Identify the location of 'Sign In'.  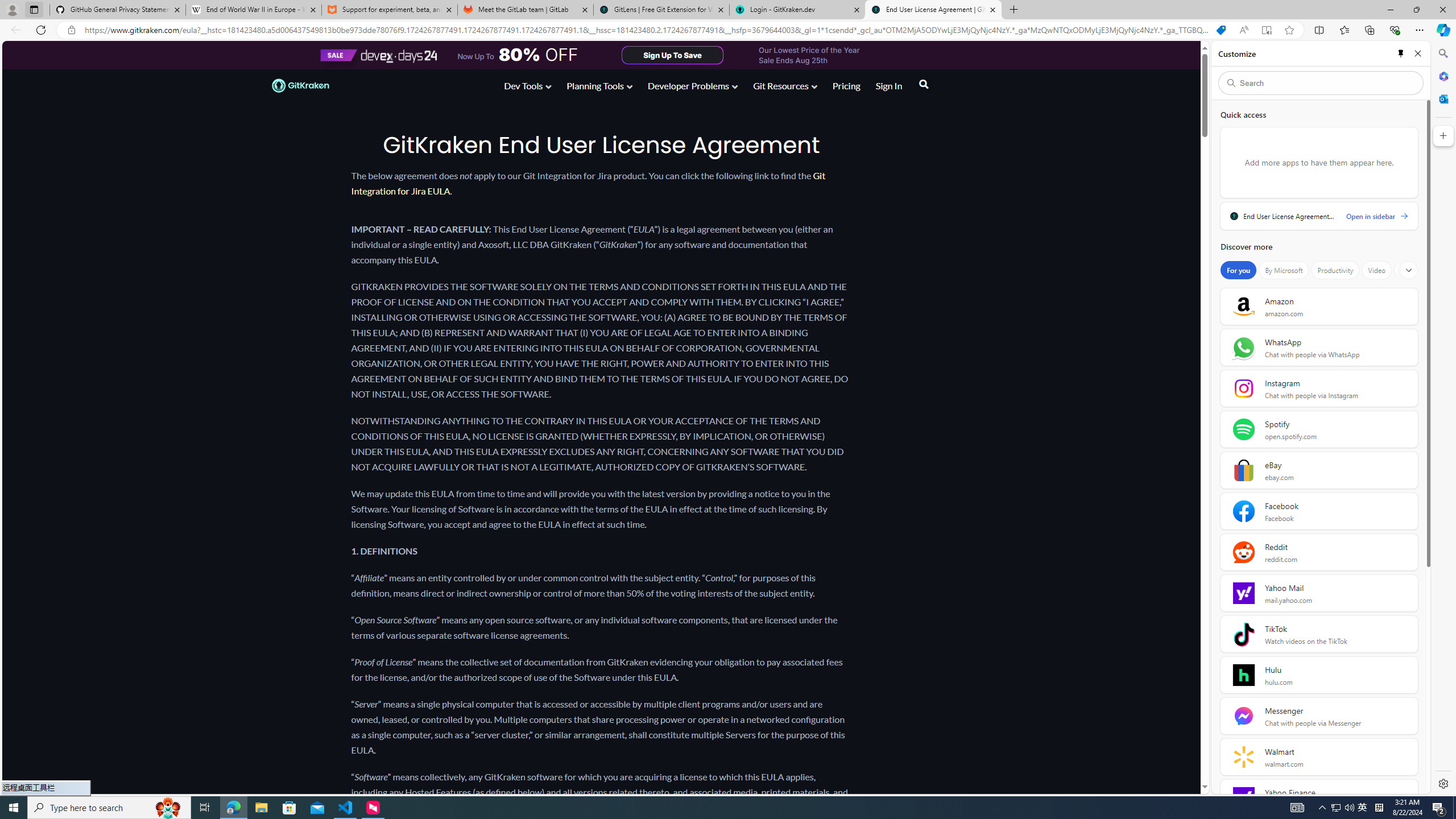
(888, 87).